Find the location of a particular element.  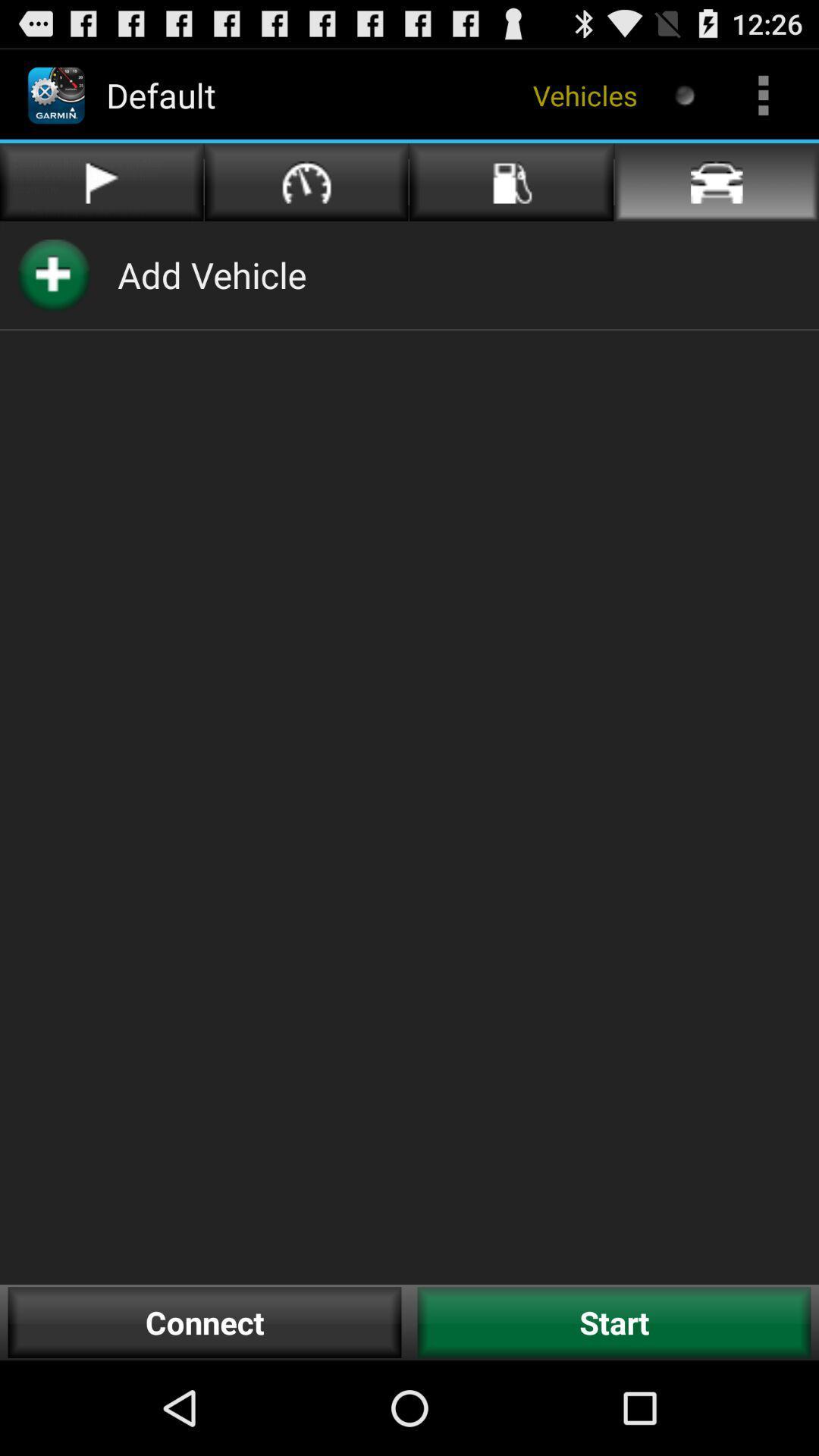

the button next to start is located at coordinates (205, 1322).